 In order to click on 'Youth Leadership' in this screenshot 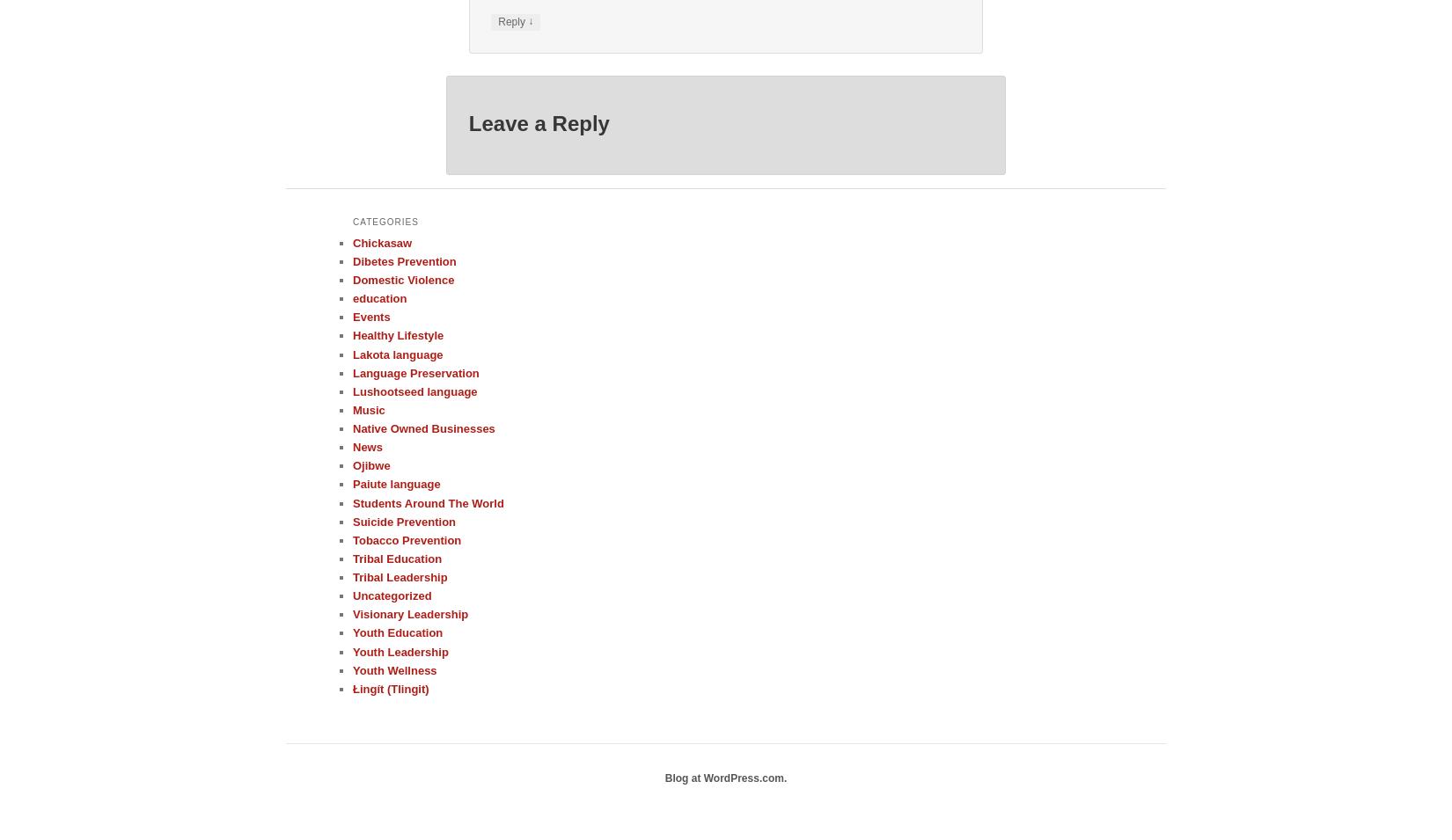, I will do `click(400, 650)`.